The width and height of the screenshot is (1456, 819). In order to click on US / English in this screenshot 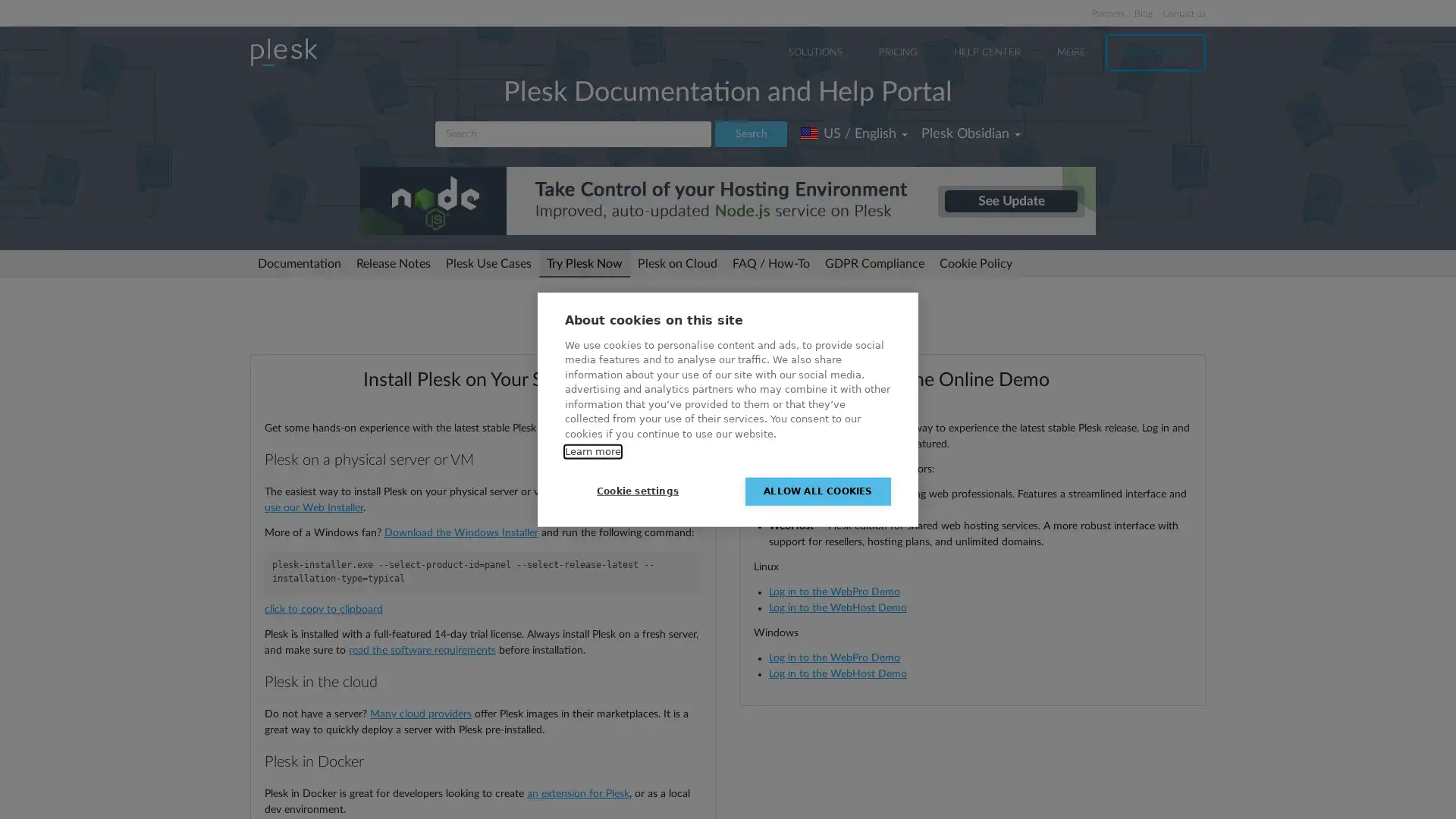, I will do `click(854, 133)`.